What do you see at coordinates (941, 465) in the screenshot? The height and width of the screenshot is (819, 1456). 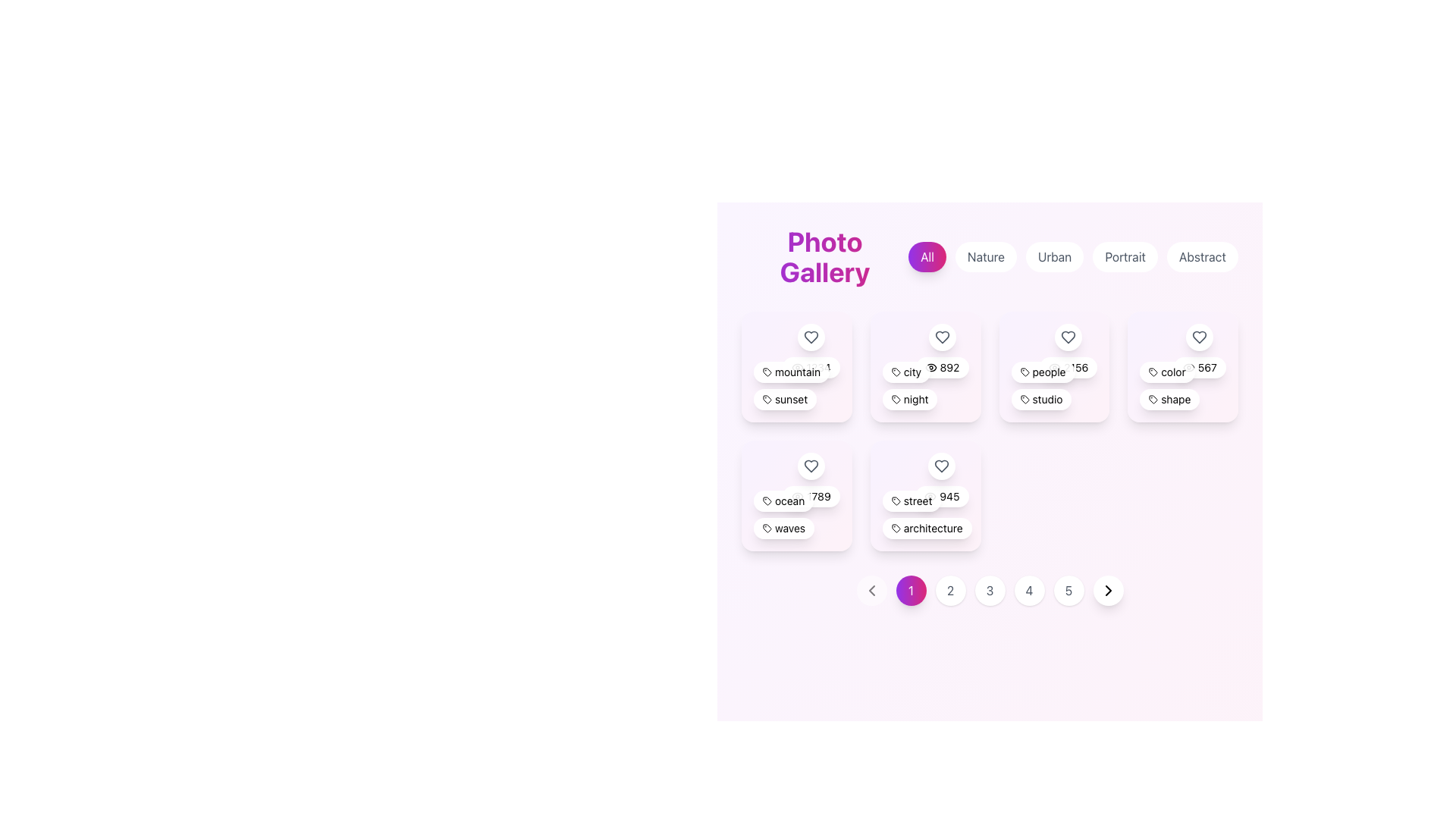 I see `the heart button in the top-right corner of the 'street' card to like this item, toggling its state and changing the heart icon's appearance` at bounding box center [941, 465].